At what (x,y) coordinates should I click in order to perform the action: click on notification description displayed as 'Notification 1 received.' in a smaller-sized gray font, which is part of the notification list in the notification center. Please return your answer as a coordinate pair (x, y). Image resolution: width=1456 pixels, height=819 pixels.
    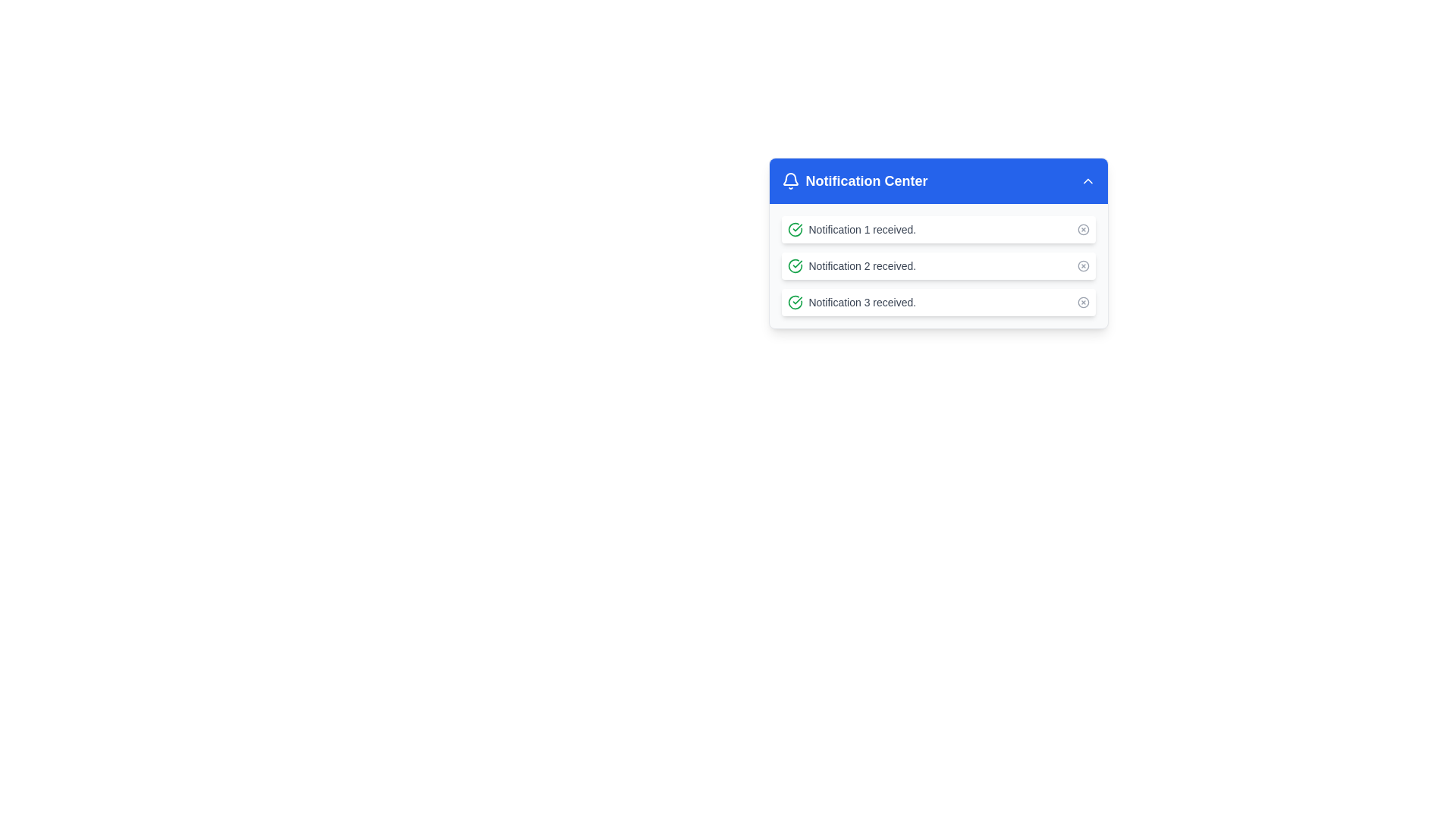
    Looking at the image, I should click on (862, 230).